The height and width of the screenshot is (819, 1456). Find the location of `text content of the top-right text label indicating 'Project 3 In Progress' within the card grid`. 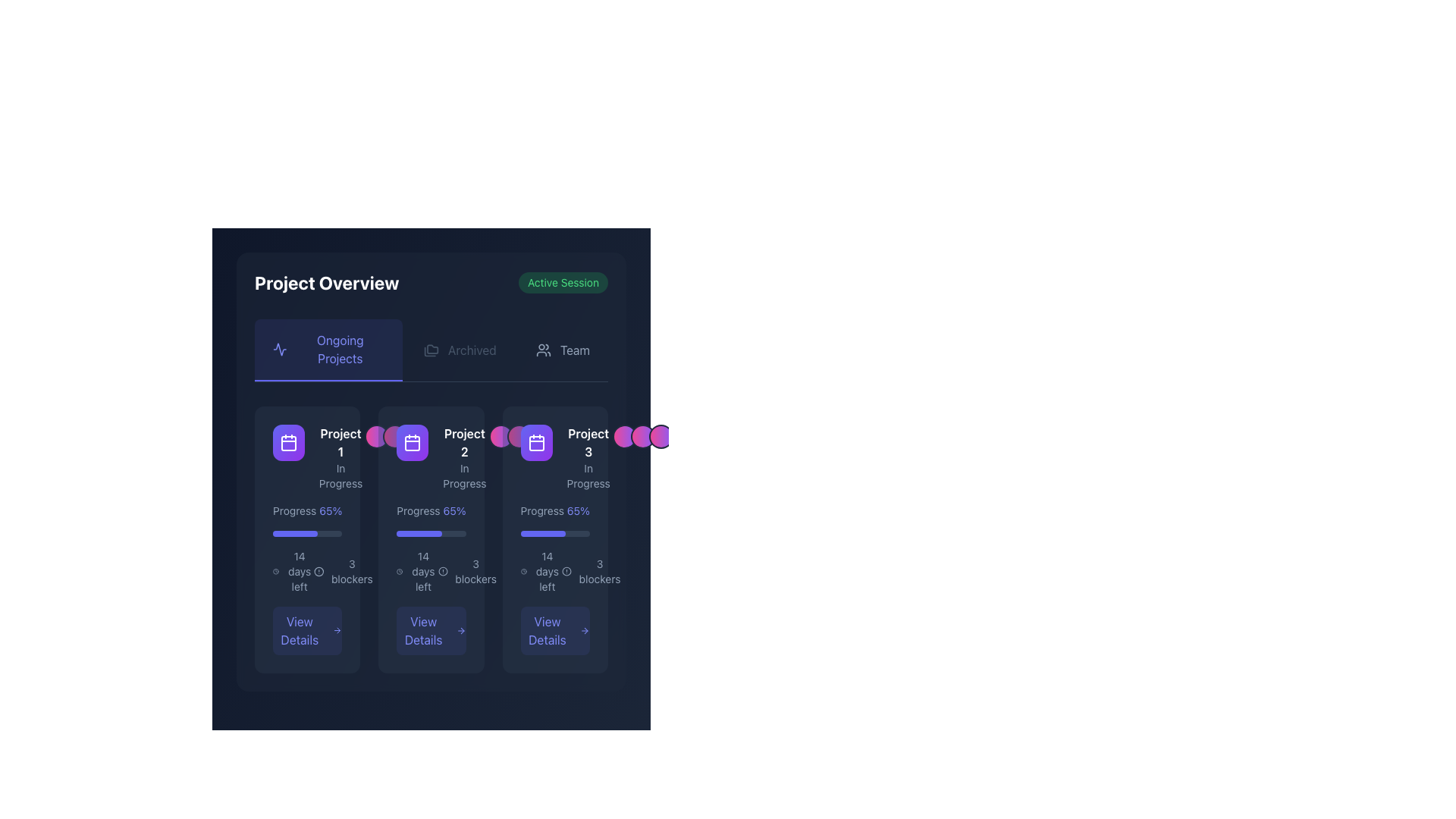

text content of the top-right text label indicating 'Project 3 In Progress' within the card grid is located at coordinates (588, 442).